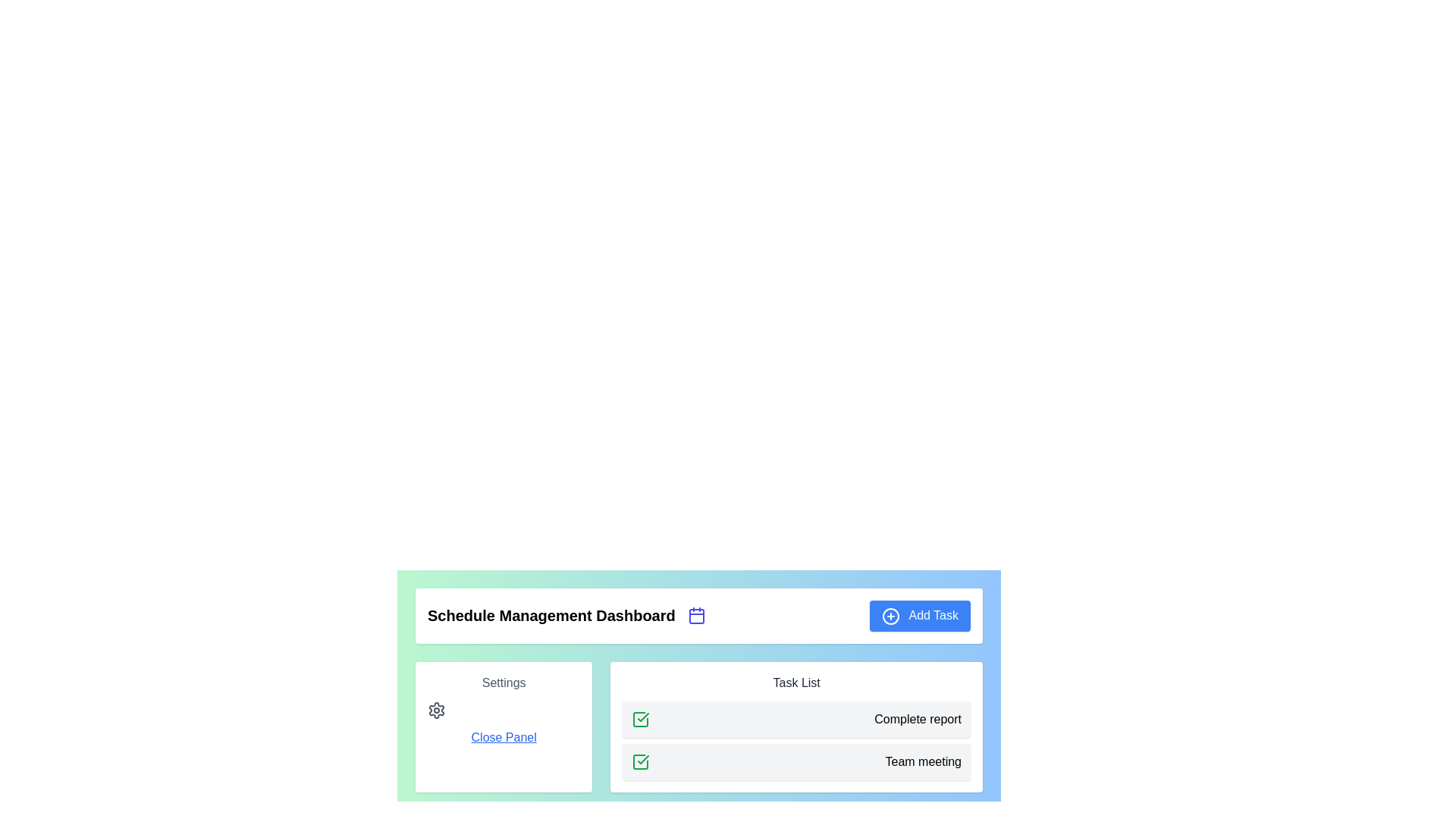 This screenshot has height=819, width=1456. Describe the element at coordinates (795, 761) in the screenshot. I see `the task entry in the task management interface labeled 'Team meeting', which is indicated by a green check mark and positioned as the second item in the 'Task List'` at that location.